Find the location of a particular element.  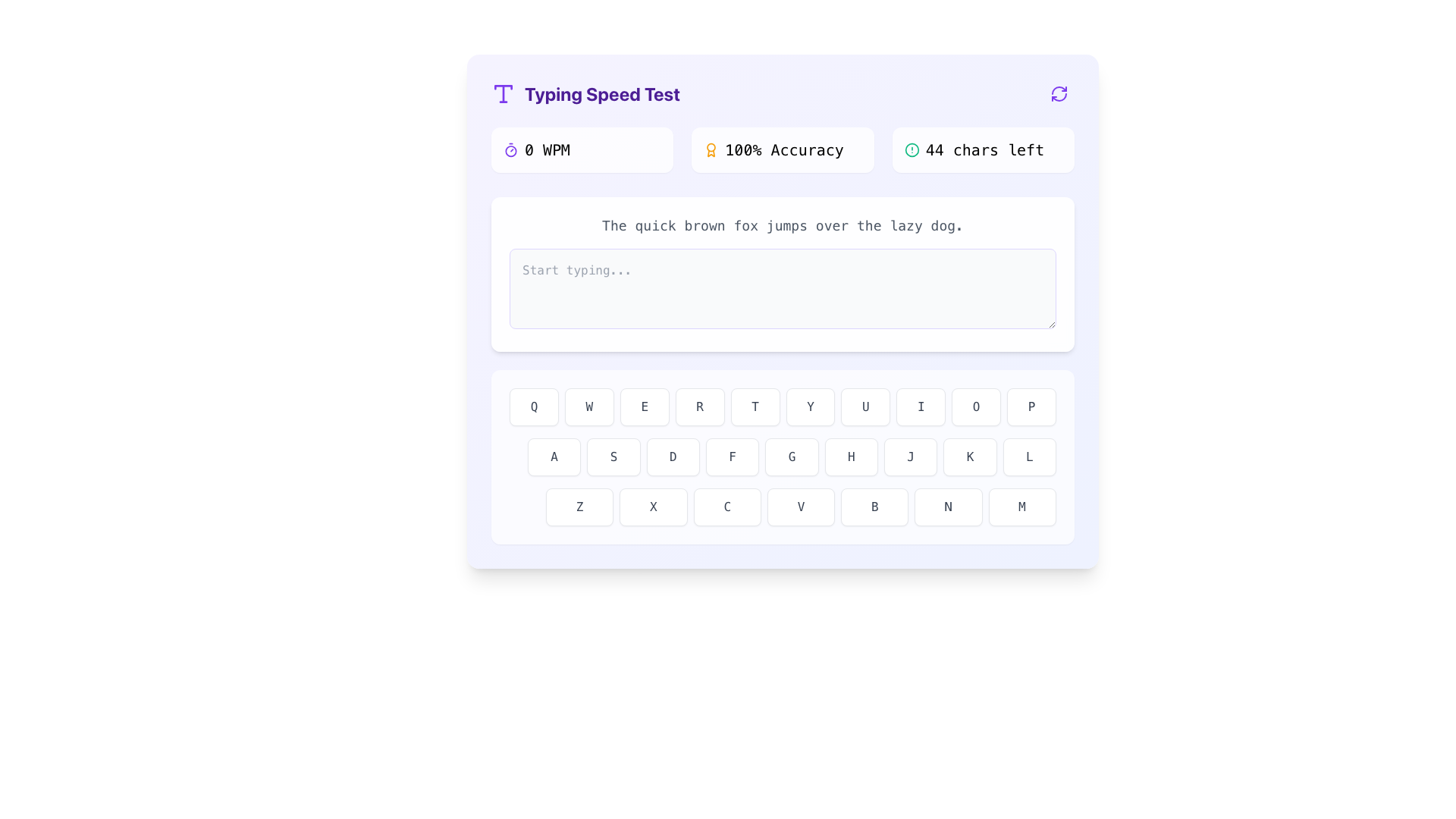

the circular component of the timer icon, which is part of the graphical representation indicating '0 WPM' in the typing test interface is located at coordinates (510, 151).